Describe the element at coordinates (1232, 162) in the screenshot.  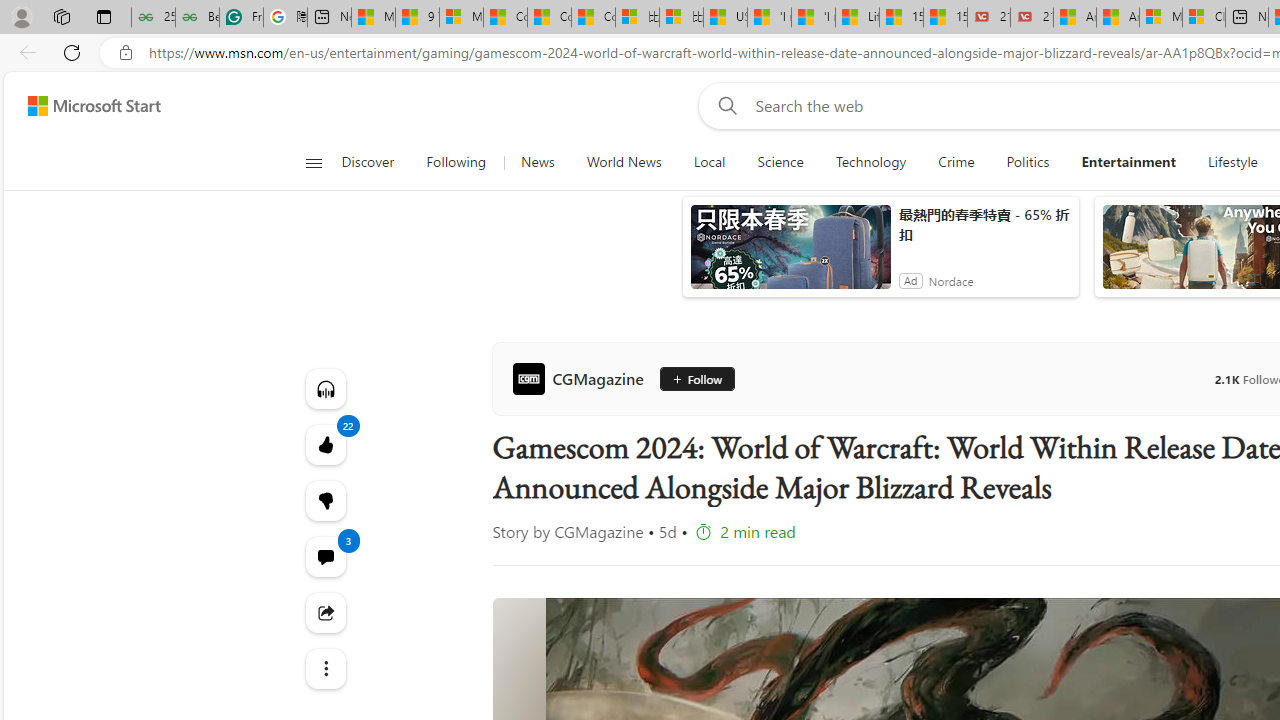
I see `'Lifestyle'` at that location.